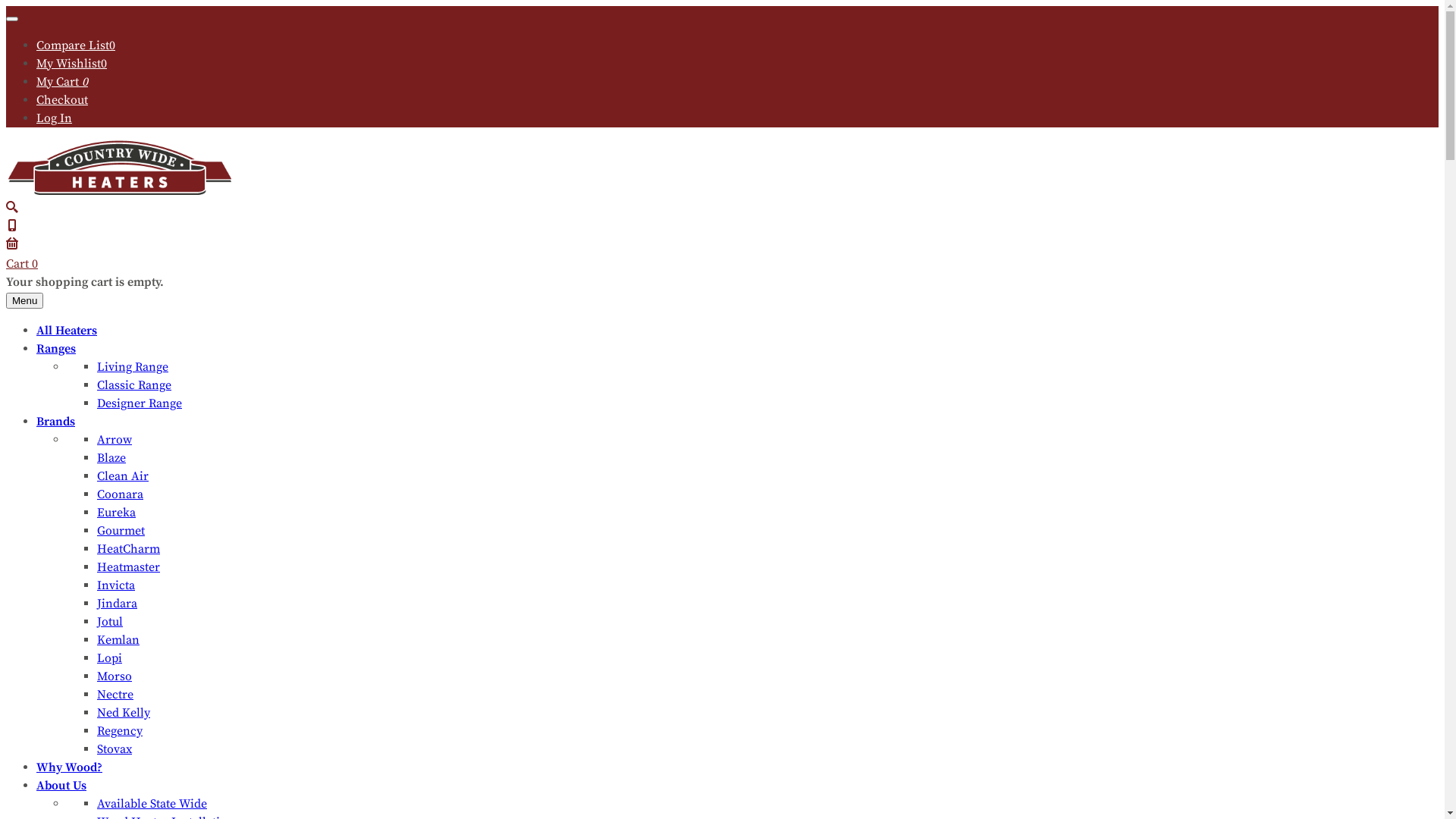  What do you see at coordinates (108, 657) in the screenshot?
I see `'Lopi'` at bounding box center [108, 657].